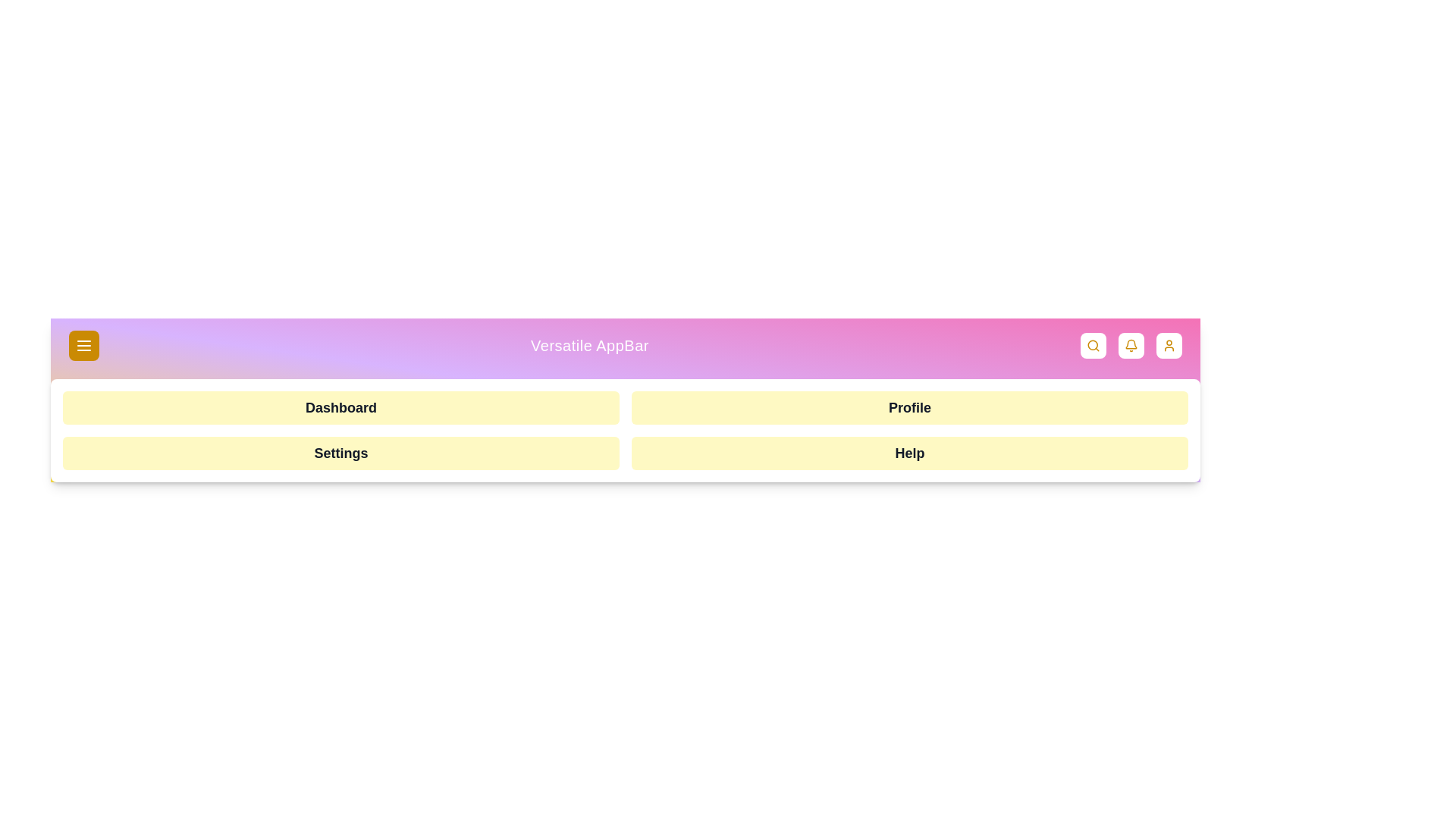  I want to click on the menu option Help, so click(910, 452).